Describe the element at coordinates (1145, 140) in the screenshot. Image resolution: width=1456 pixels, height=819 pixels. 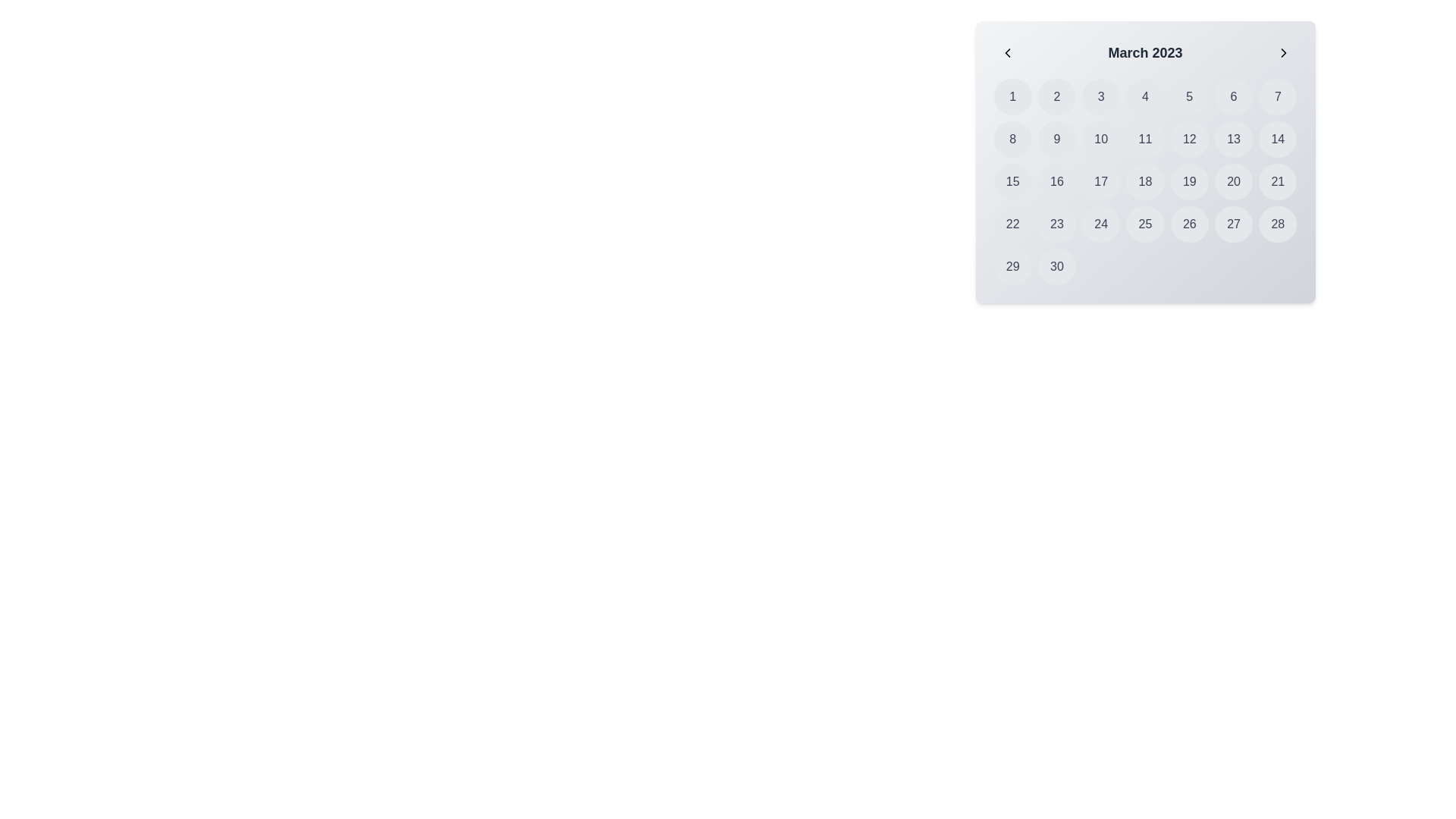
I see `the rounded button with a light gray background and dark gray text displaying the number '11'` at that location.